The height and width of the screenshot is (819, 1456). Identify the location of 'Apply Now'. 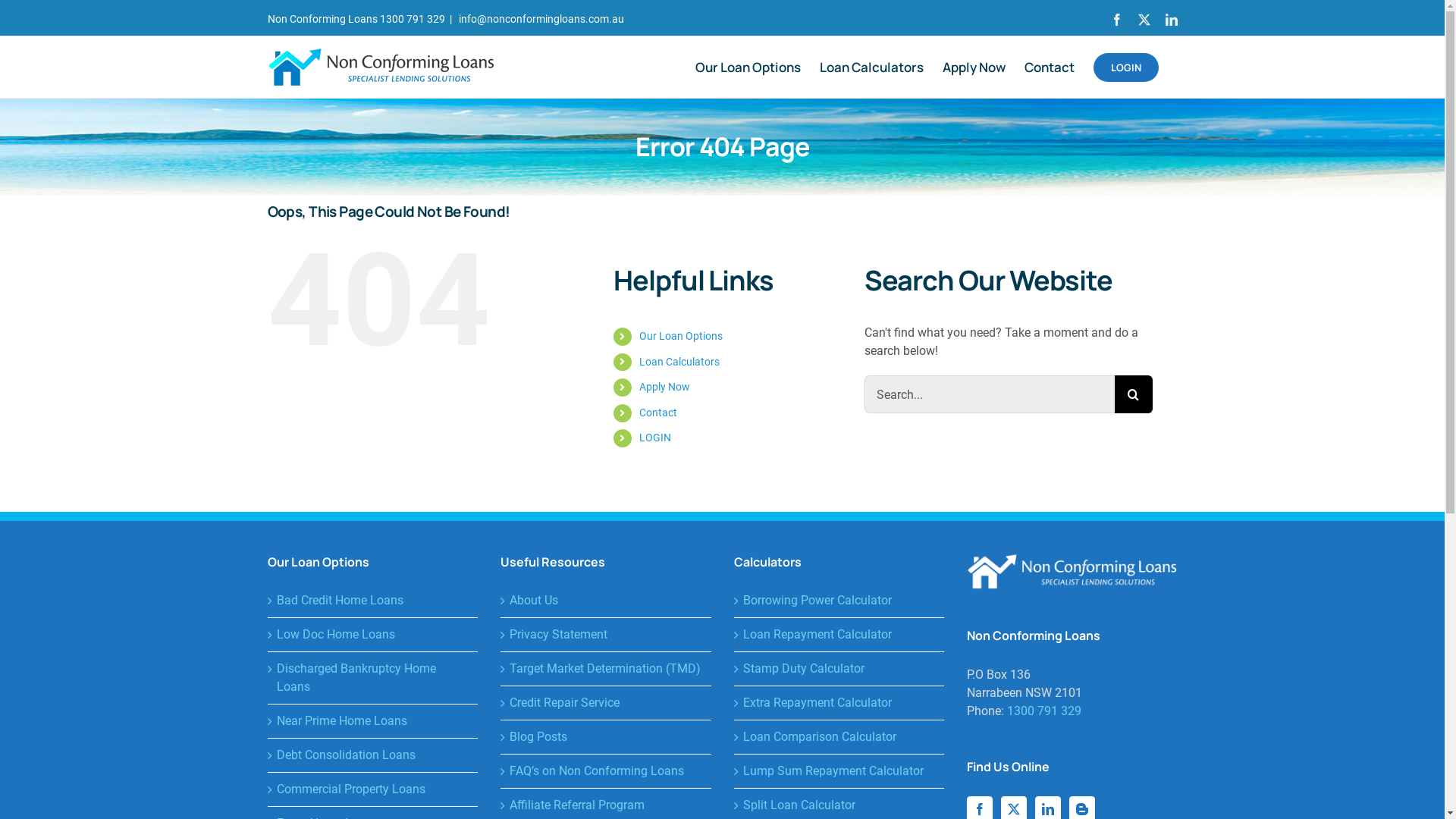
(664, 385).